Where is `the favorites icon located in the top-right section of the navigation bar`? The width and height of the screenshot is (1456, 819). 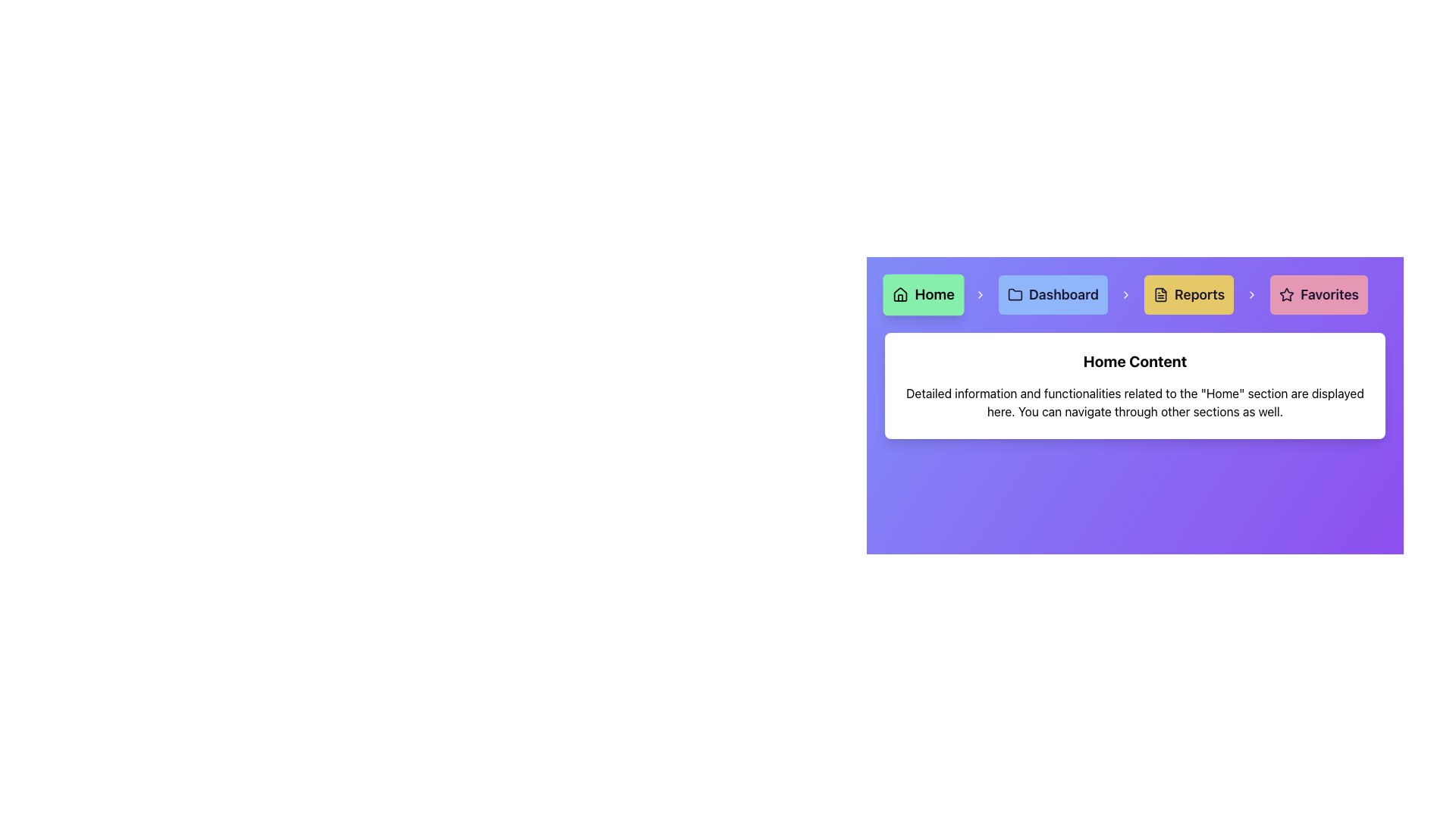 the favorites icon located in the top-right section of the navigation bar is located at coordinates (1286, 294).